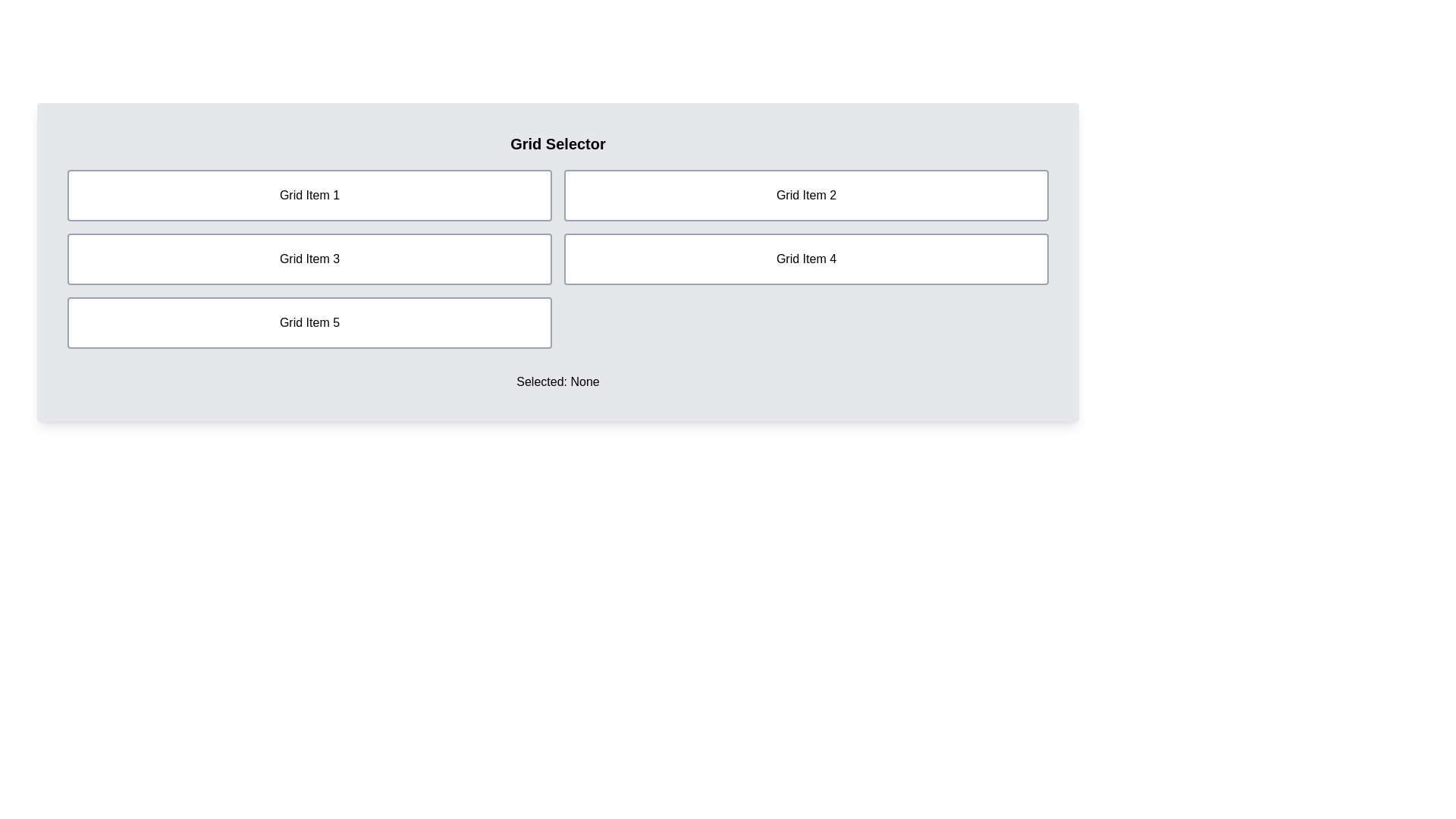 The image size is (1456, 819). What do you see at coordinates (309, 322) in the screenshot?
I see `the text label representing 'Grid Item 5'` at bounding box center [309, 322].